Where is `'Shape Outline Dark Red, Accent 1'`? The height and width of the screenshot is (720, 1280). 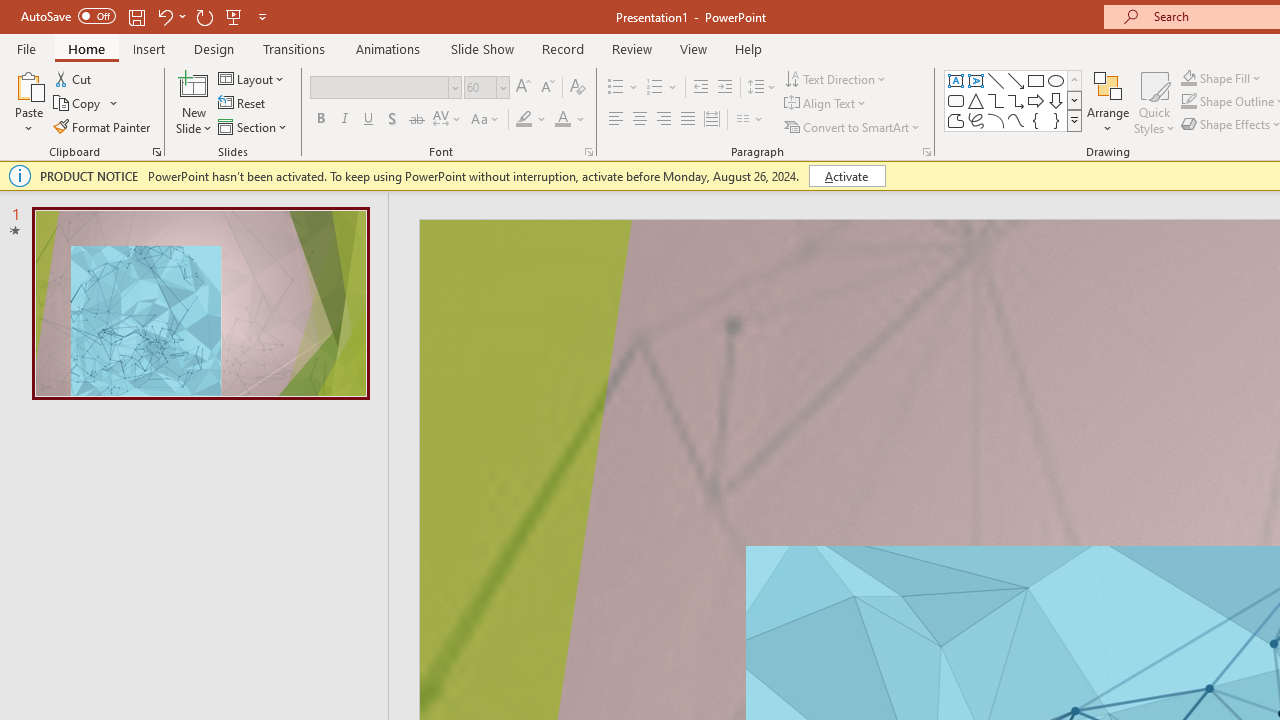
'Shape Outline Dark Red, Accent 1' is located at coordinates (1189, 101).